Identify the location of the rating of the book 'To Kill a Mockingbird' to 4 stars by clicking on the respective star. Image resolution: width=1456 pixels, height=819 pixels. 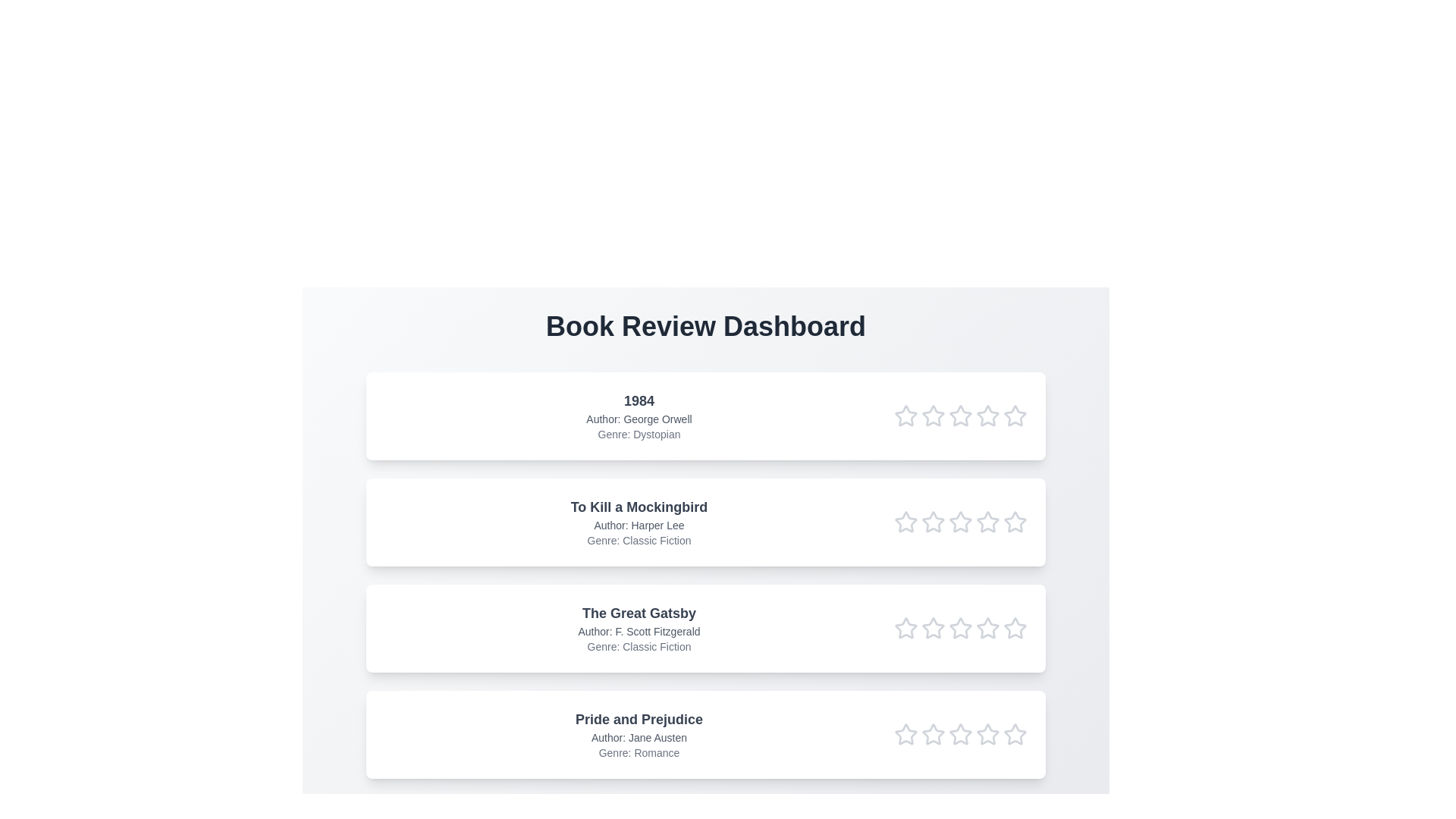
(987, 522).